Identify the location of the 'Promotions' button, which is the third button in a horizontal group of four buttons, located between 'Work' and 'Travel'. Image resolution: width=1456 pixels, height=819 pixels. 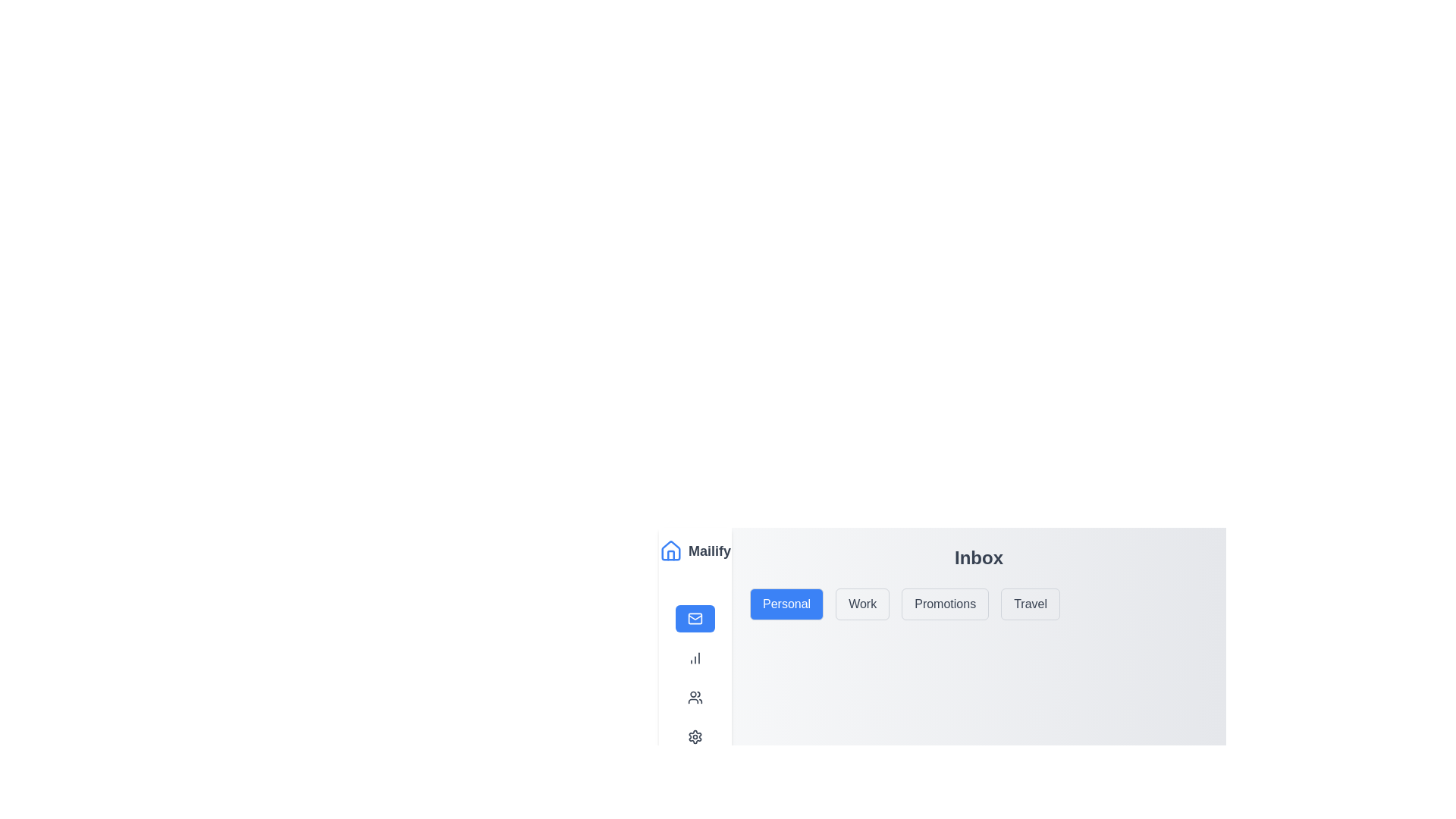
(944, 604).